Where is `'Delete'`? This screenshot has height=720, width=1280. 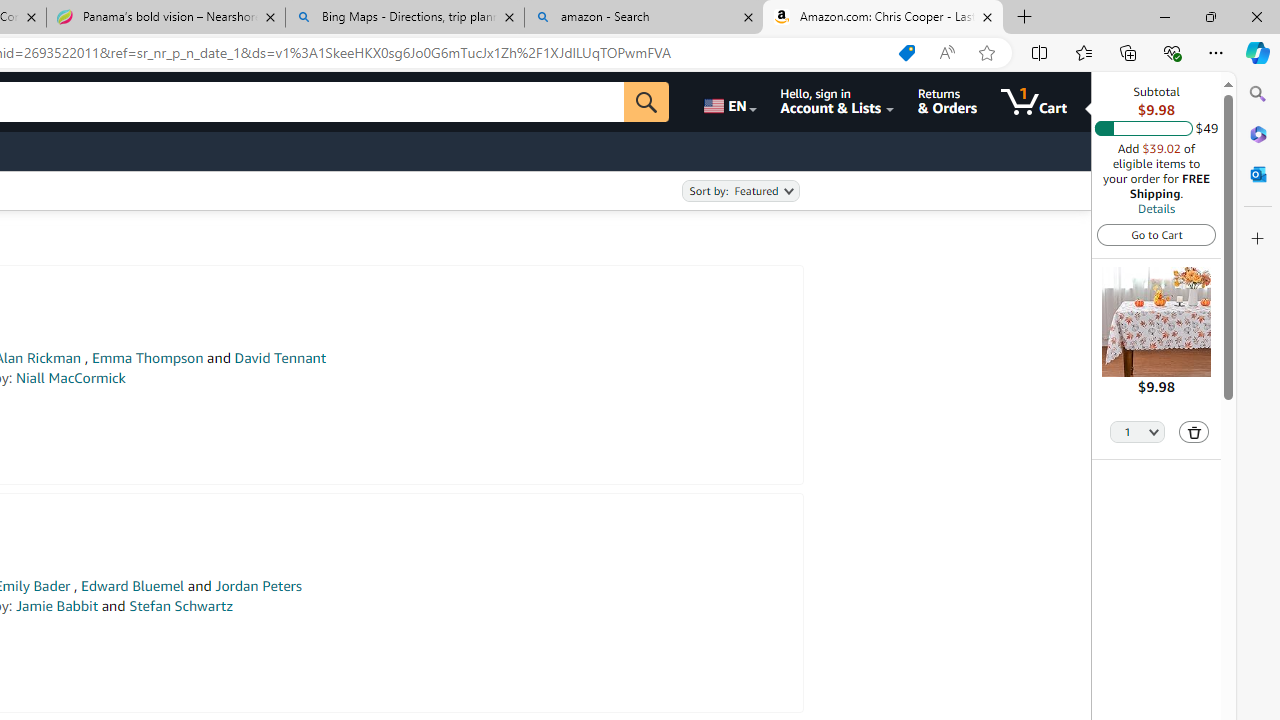 'Delete' is located at coordinates (1194, 431).